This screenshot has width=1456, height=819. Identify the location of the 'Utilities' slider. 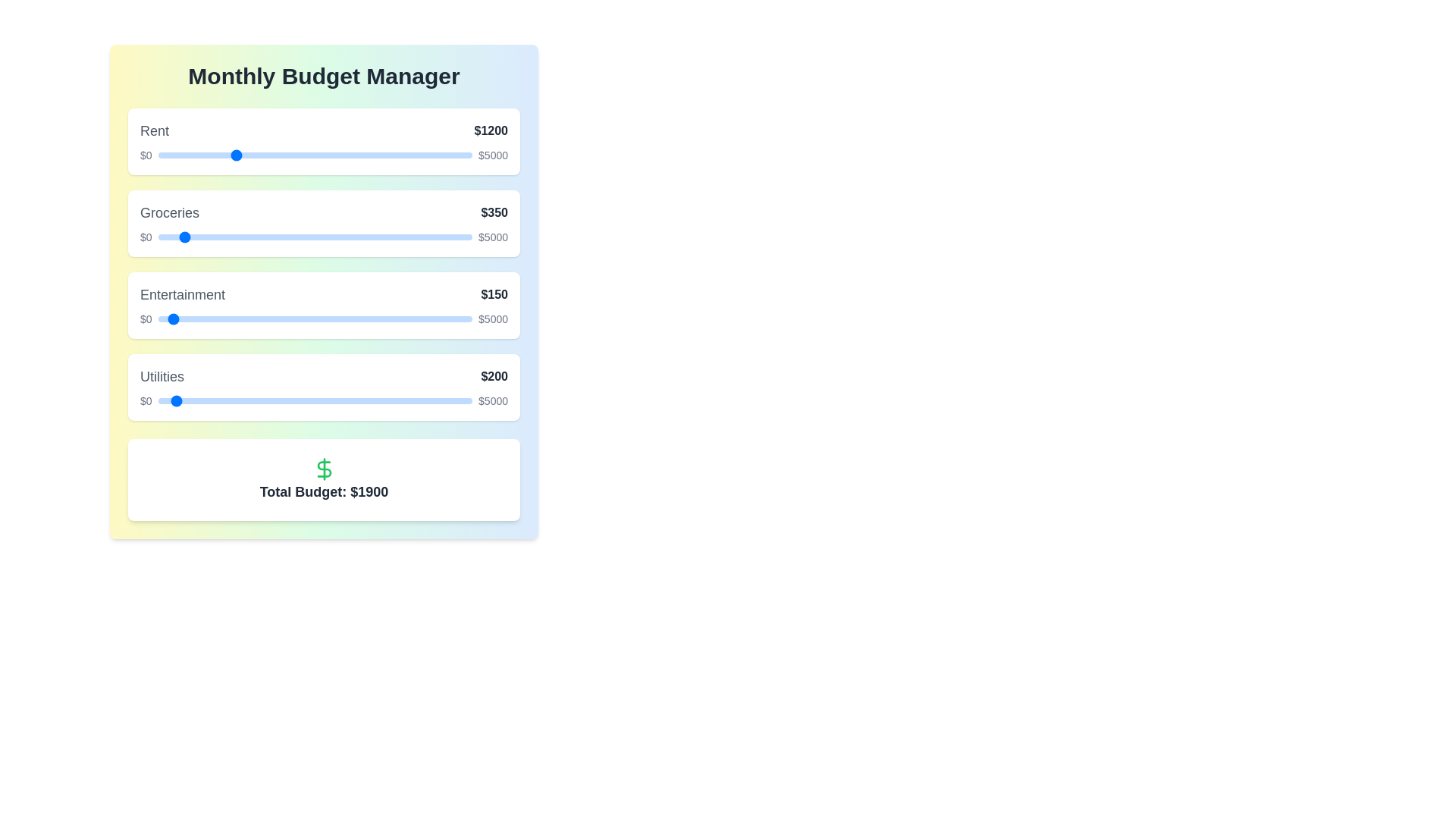
(353, 400).